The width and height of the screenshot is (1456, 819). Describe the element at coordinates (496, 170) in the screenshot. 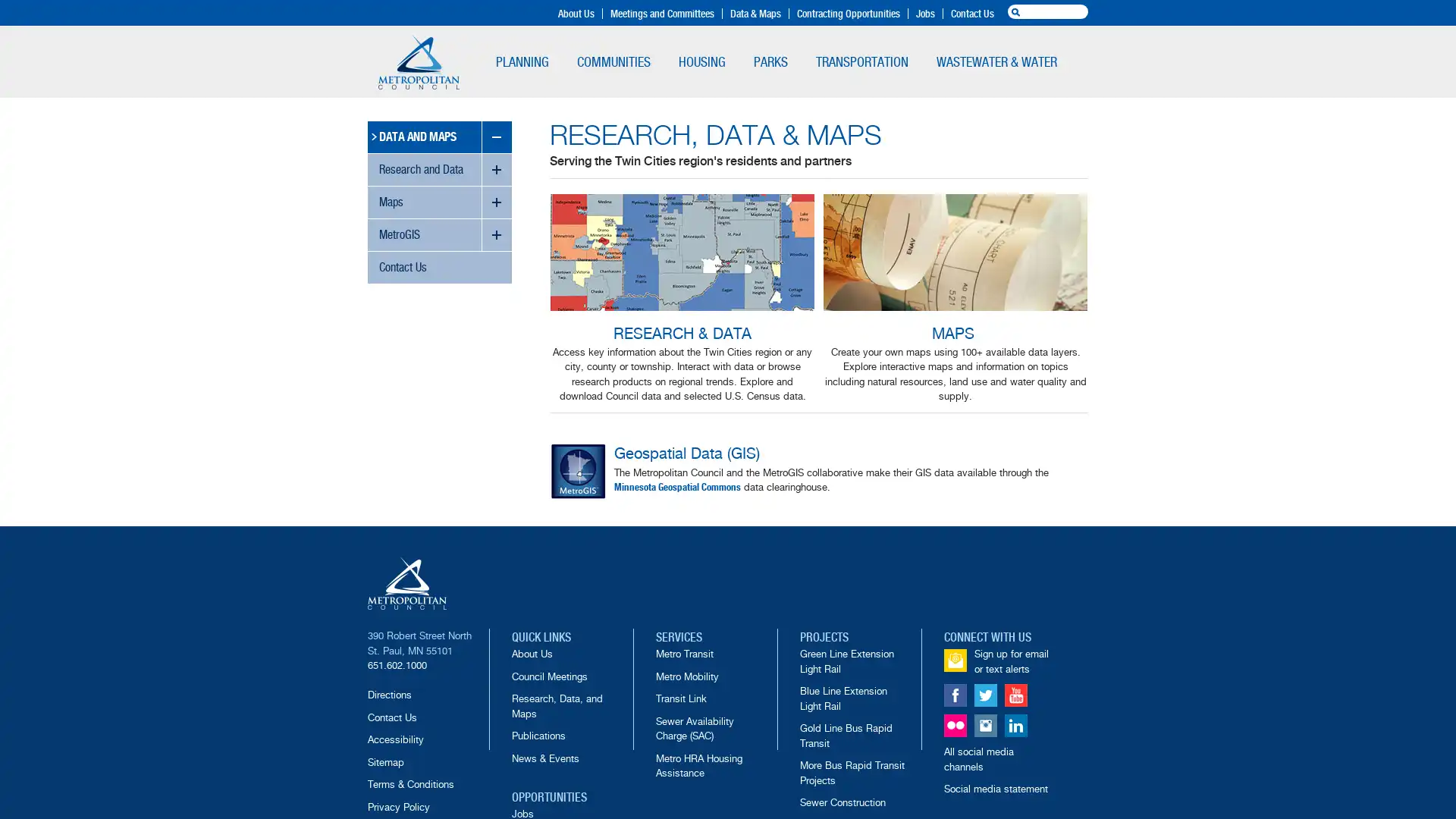

I see `toggle sub-menus for Research and Data` at that location.